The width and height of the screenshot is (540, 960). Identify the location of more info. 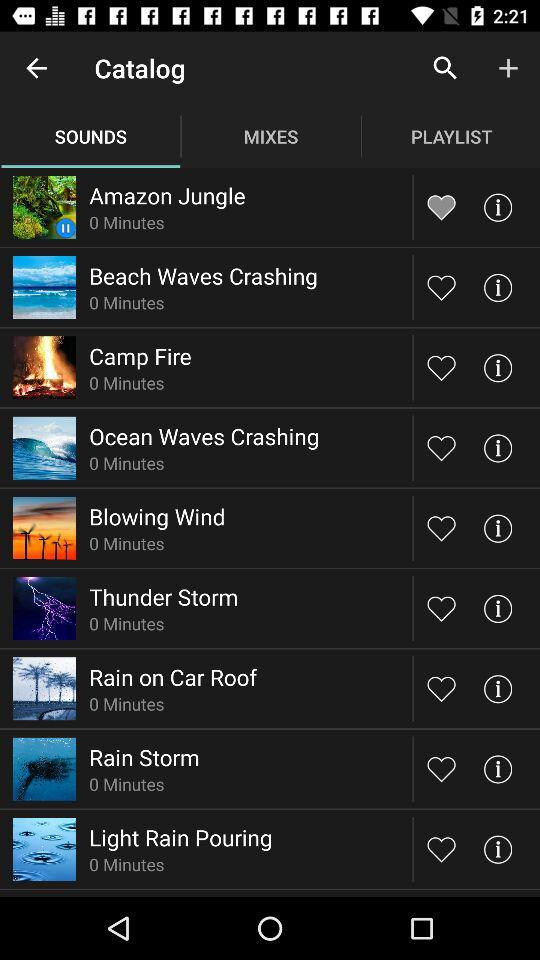
(496, 848).